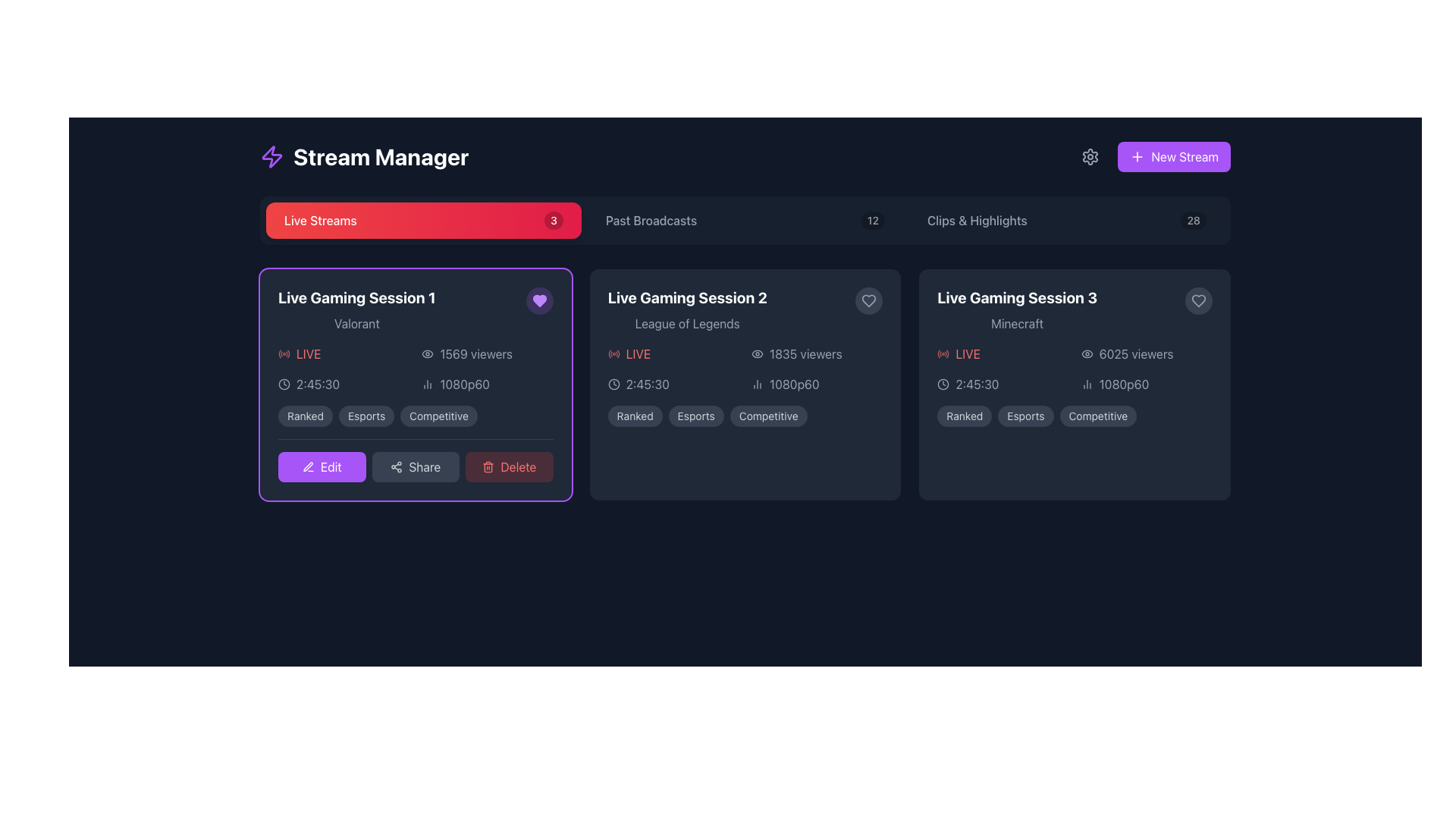  I want to click on the static text content displaying 'Live Gaming Session 1' above 'Valorant' in the first card of the stream manager interface, so click(356, 309).